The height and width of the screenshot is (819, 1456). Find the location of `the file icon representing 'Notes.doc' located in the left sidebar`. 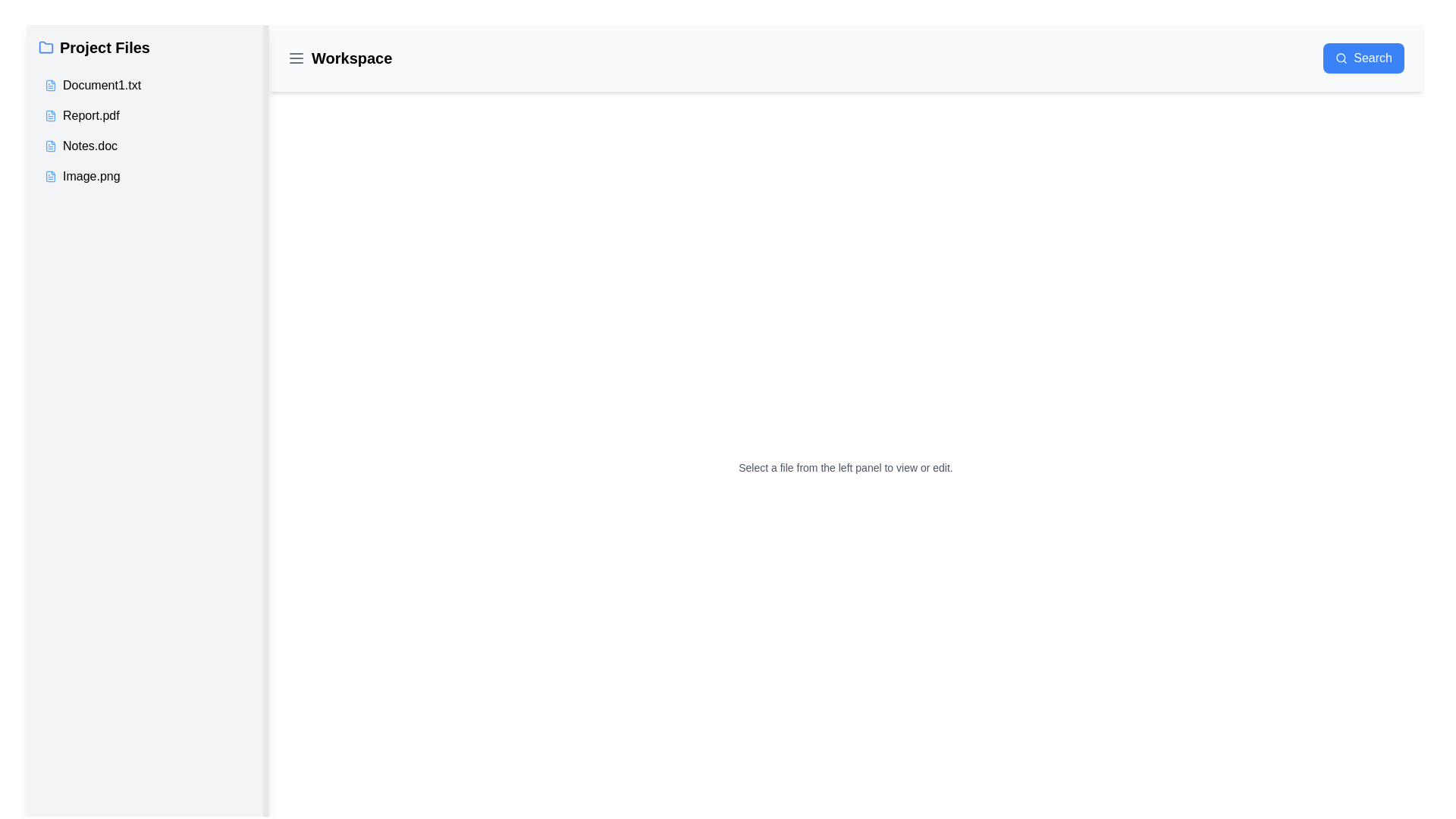

the file icon representing 'Notes.doc' located in the left sidebar is located at coordinates (51, 146).